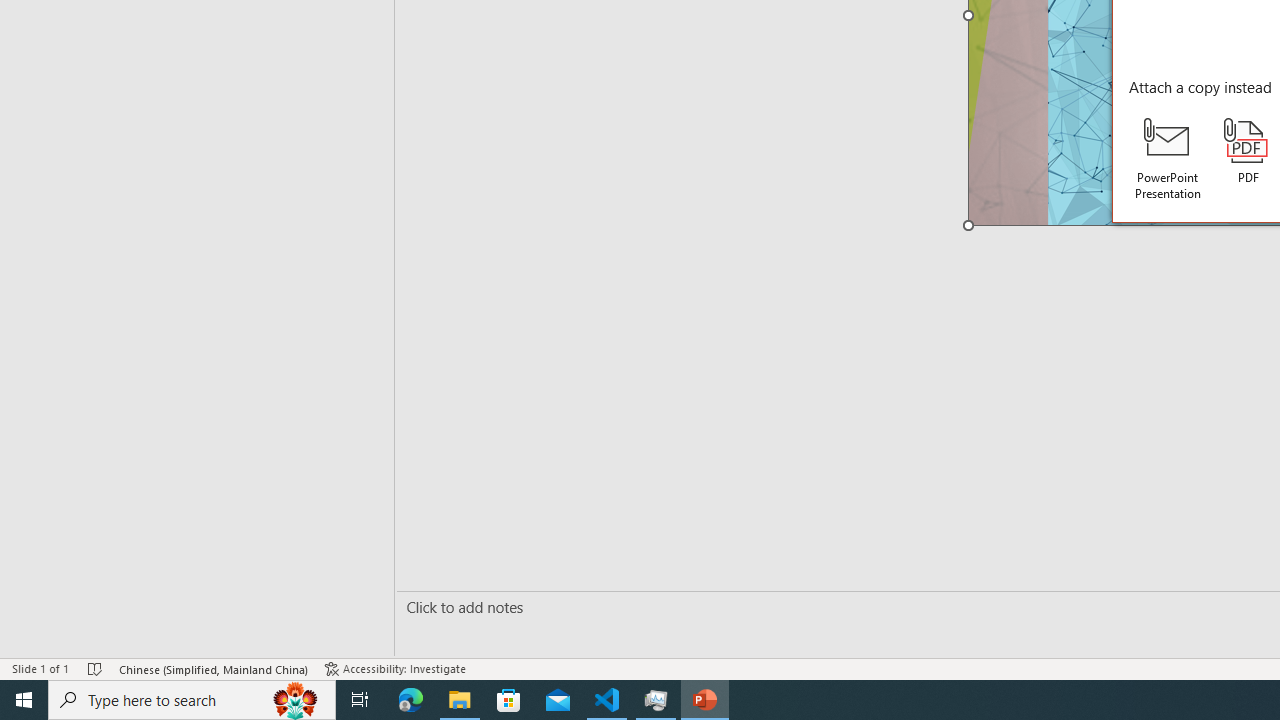 Image resolution: width=1280 pixels, height=720 pixels. Describe the element at coordinates (1168, 158) in the screenshot. I see `'PowerPoint Presentation'` at that location.